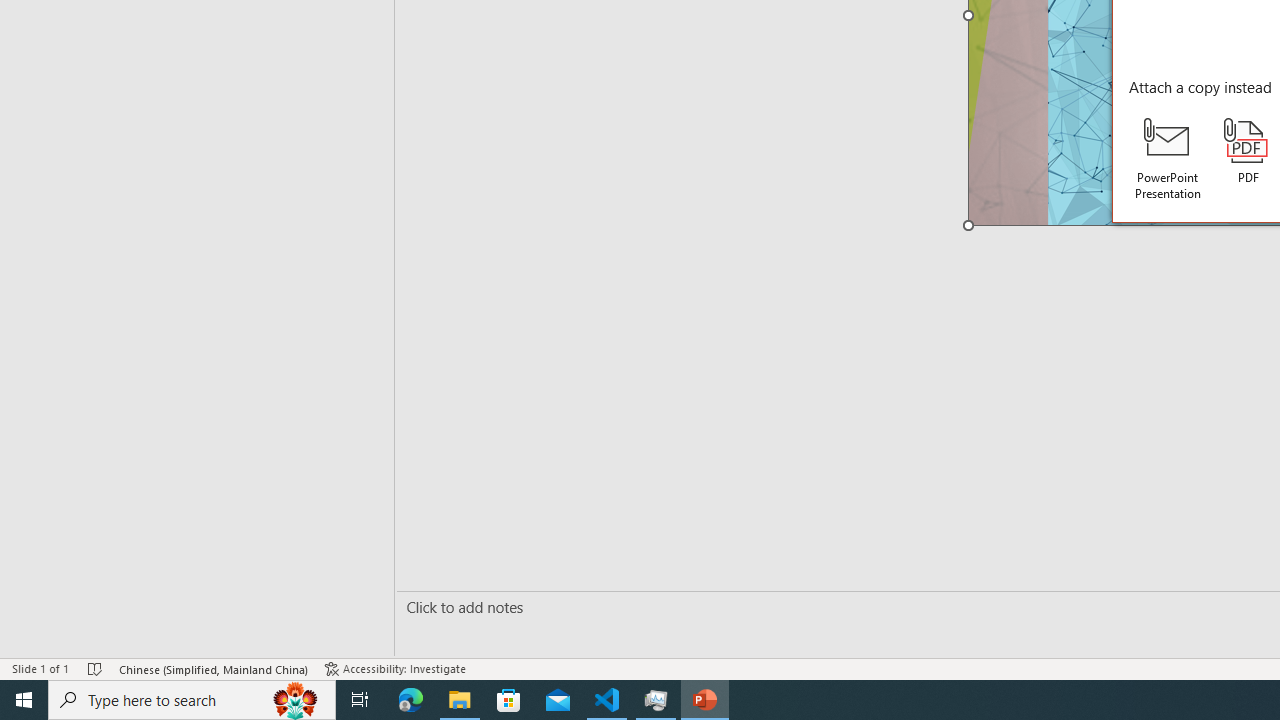 Image resolution: width=1280 pixels, height=720 pixels. Describe the element at coordinates (1168, 158) in the screenshot. I see `'PowerPoint Presentation'` at that location.